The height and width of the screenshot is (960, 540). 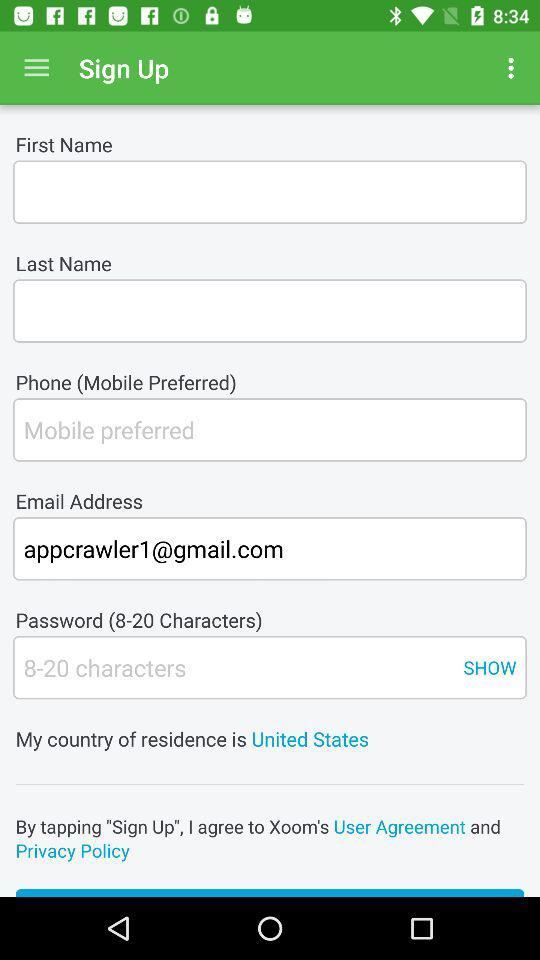 I want to click on the by tapping sign, so click(x=270, y=838).